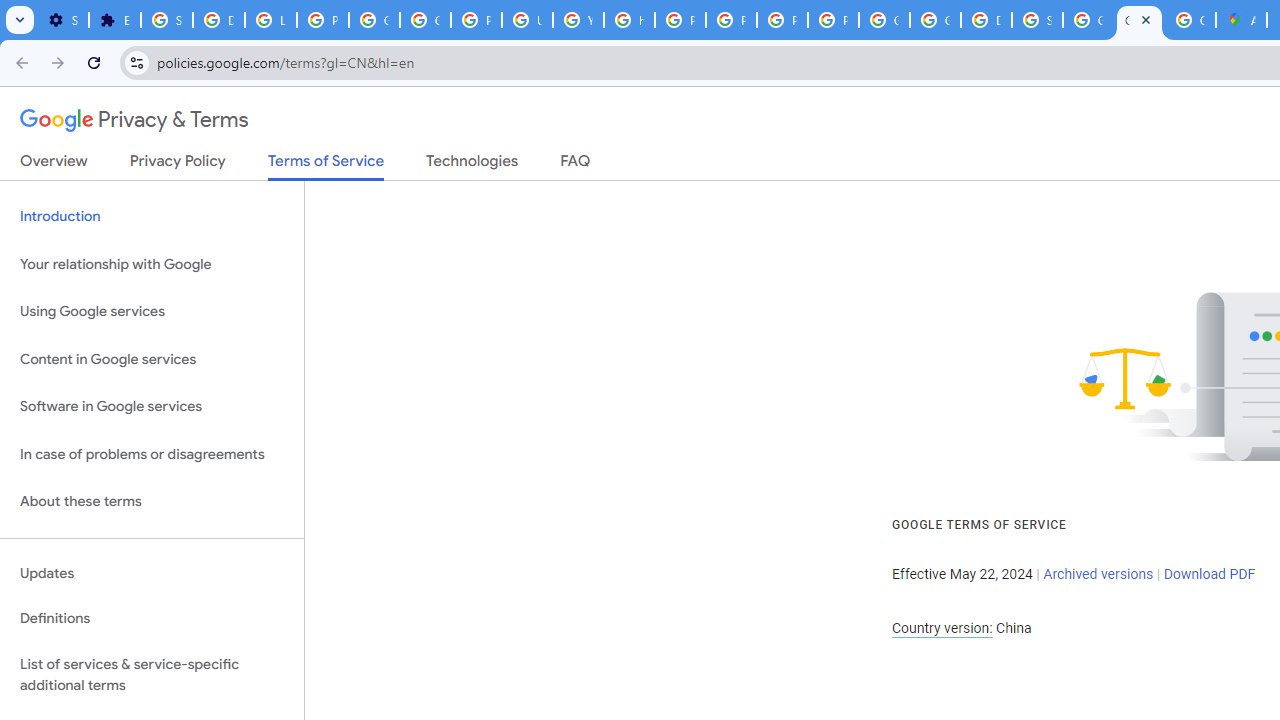 The width and height of the screenshot is (1280, 720). Describe the element at coordinates (151, 312) in the screenshot. I see `'Using Google services'` at that location.